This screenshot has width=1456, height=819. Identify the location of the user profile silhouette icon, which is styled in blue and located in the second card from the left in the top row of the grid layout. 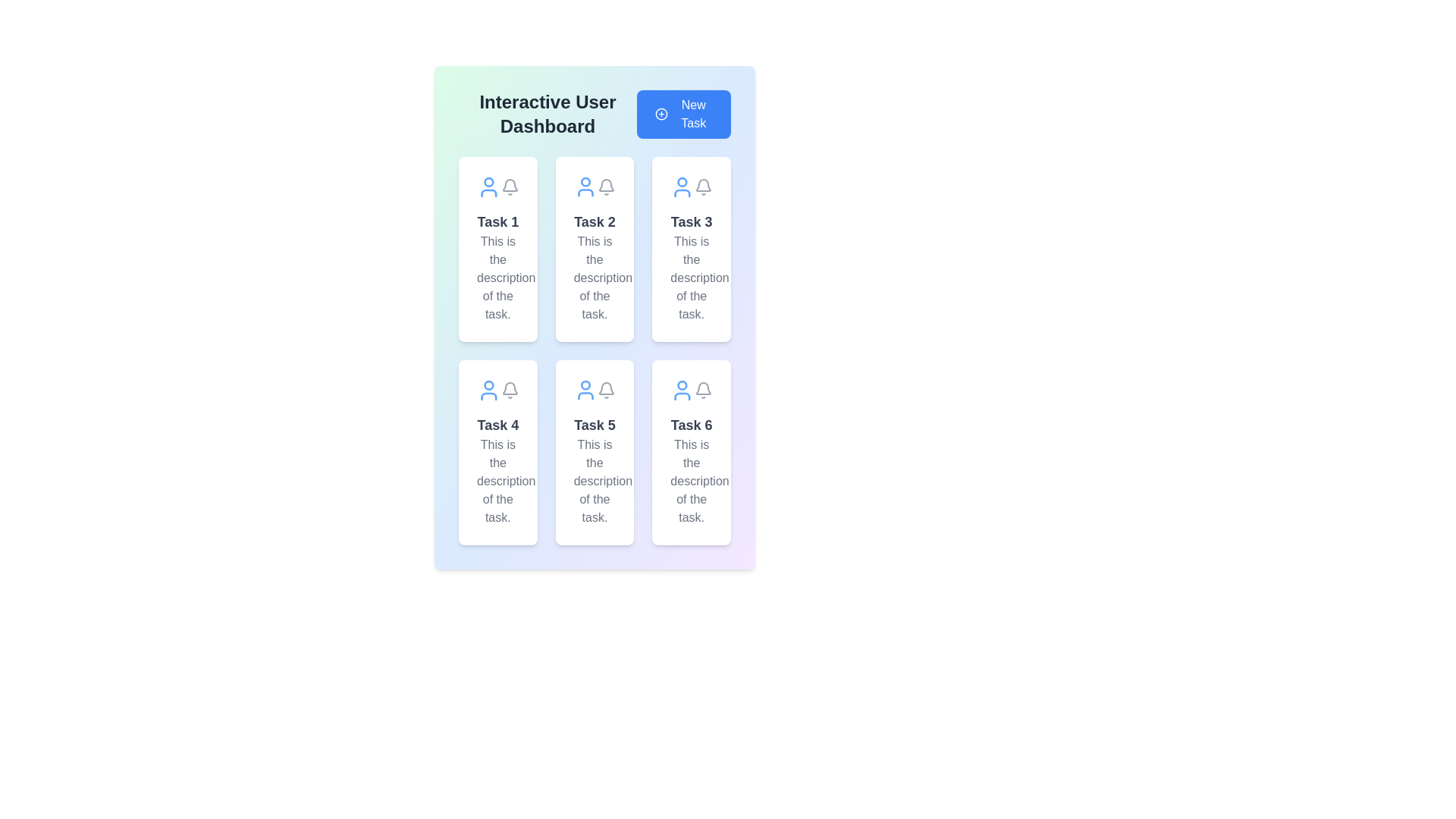
(585, 186).